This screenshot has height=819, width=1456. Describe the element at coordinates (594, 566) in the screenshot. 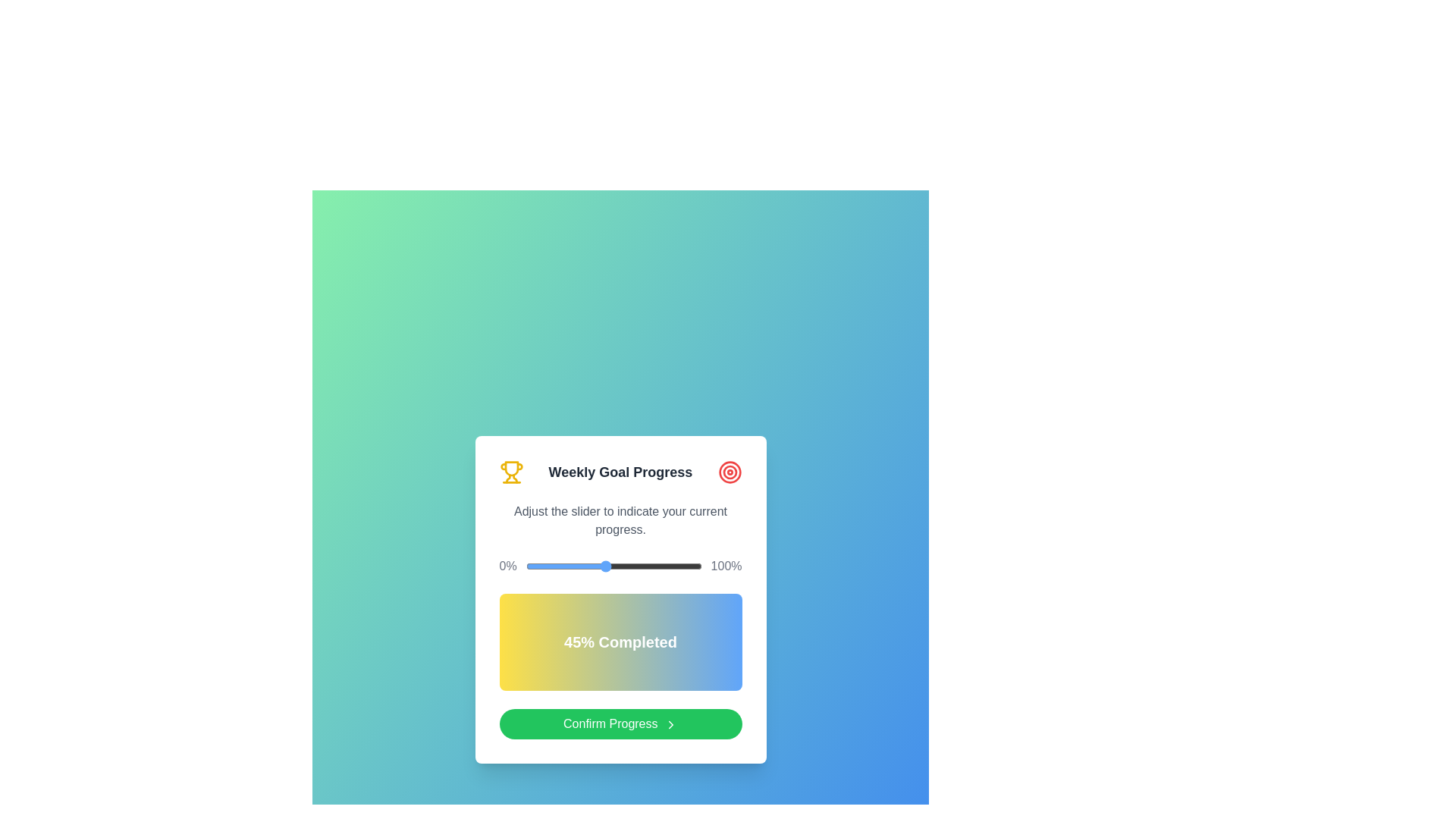

I see `the progress value to 39% by dragging the slider` at that location.